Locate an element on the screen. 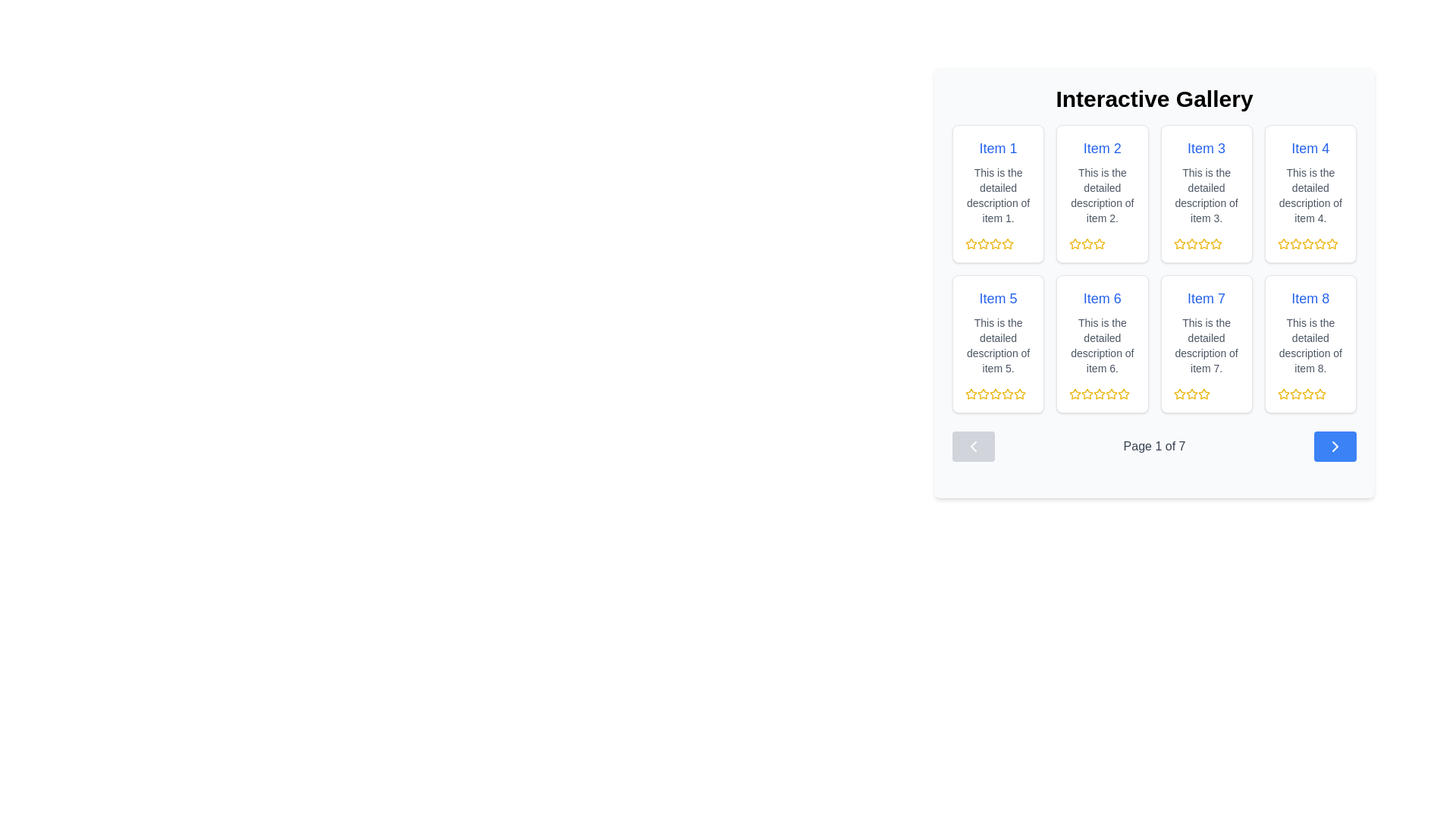 Image resolution: width=1456 pixels, height=819 pixels. the third yellow star icon in the rating system below the description of Item 7 in the interactive gallery to rate it is located at coordinates (1191, 394).